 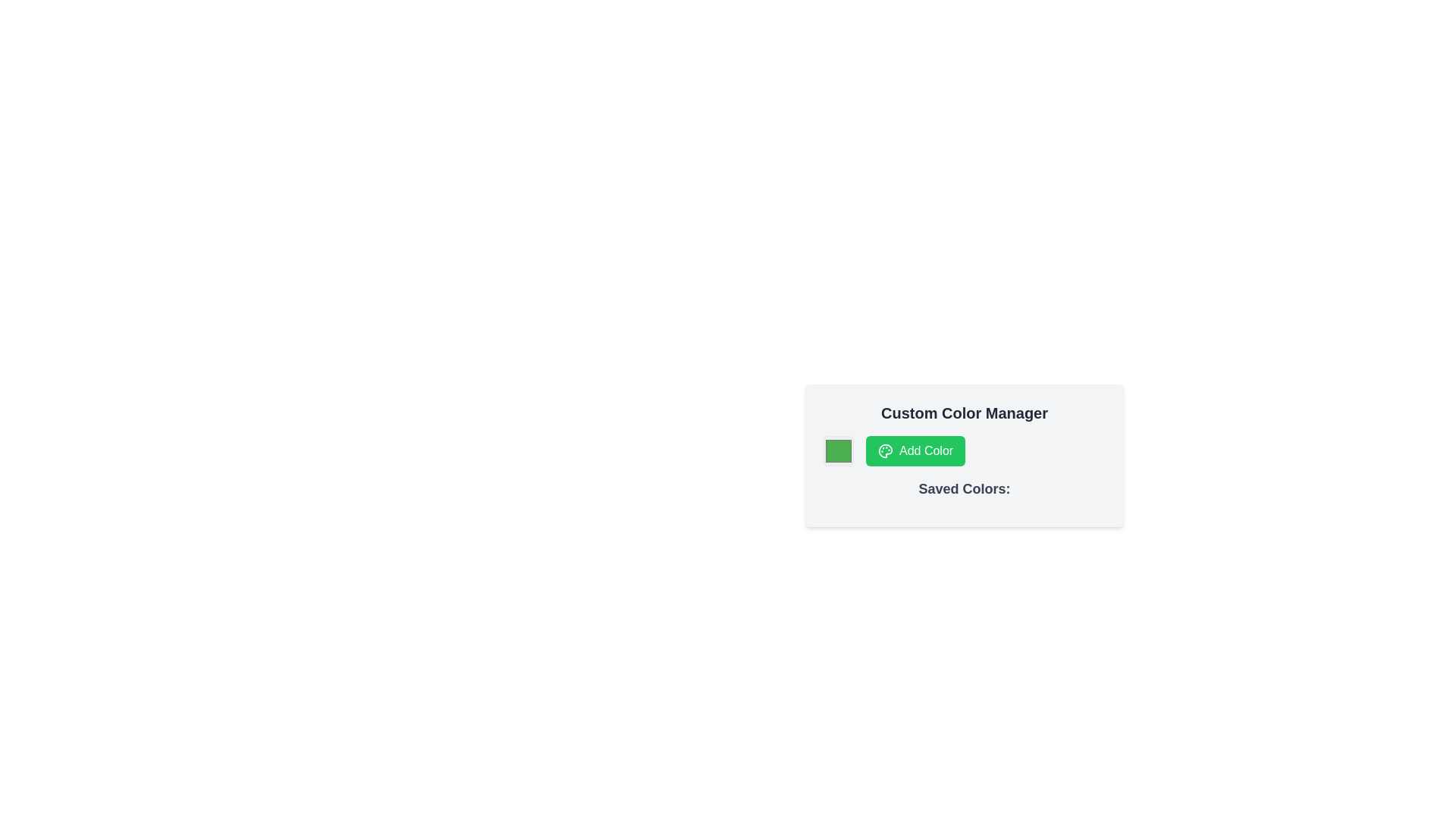 What do you see at coordinates (915, 450) in the screenshot?
I see `the 'Add Color' button with a green background and white text` at bounding box center [915, 450].